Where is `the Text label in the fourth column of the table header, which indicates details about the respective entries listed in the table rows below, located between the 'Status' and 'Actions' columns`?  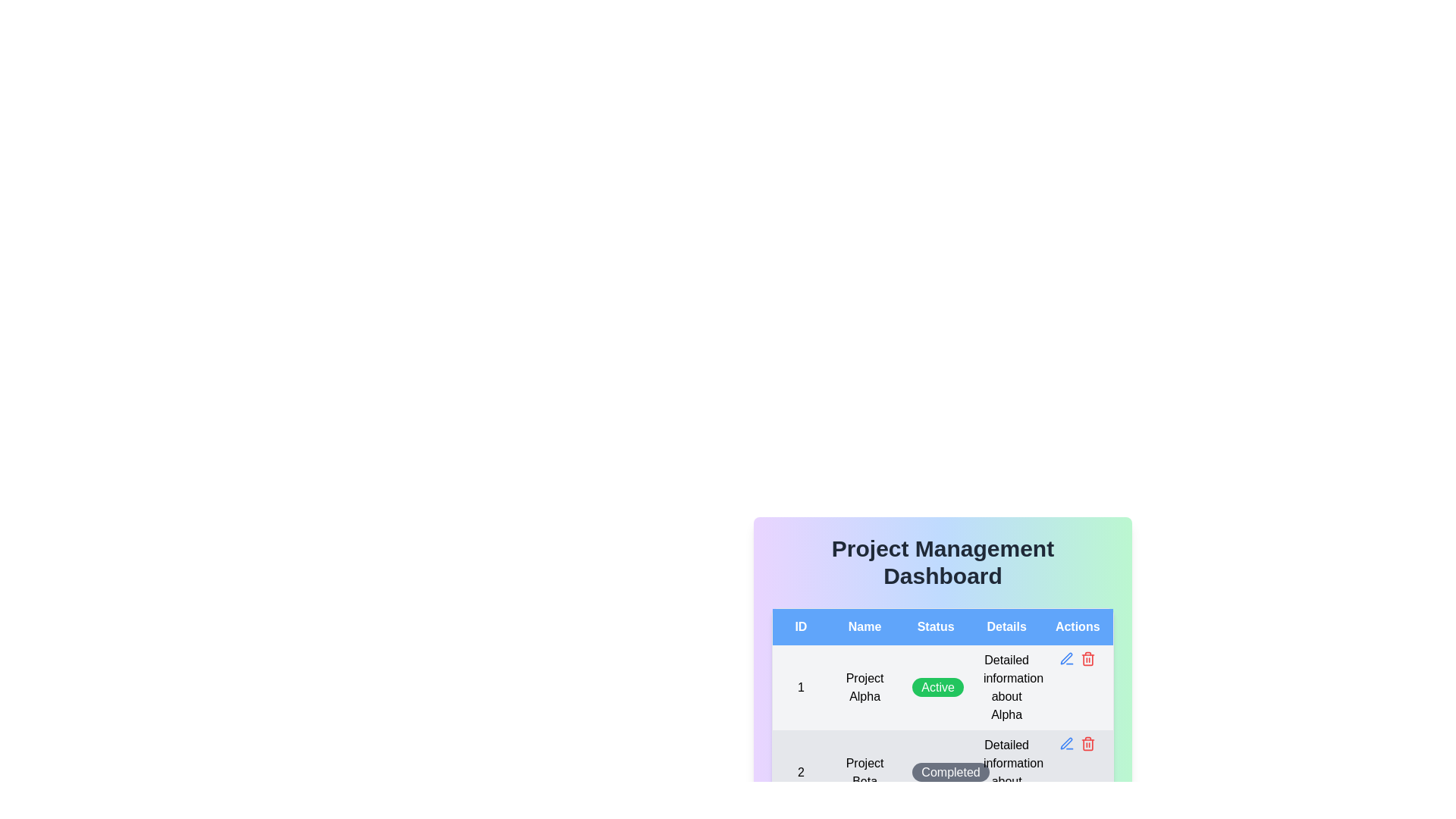
the Text label in the fourth column of the table header, which indicates details about the respective entries listed in the table rows below, located between the 'Status' and 'Actions' columns is located at coordinates (1006, 626).